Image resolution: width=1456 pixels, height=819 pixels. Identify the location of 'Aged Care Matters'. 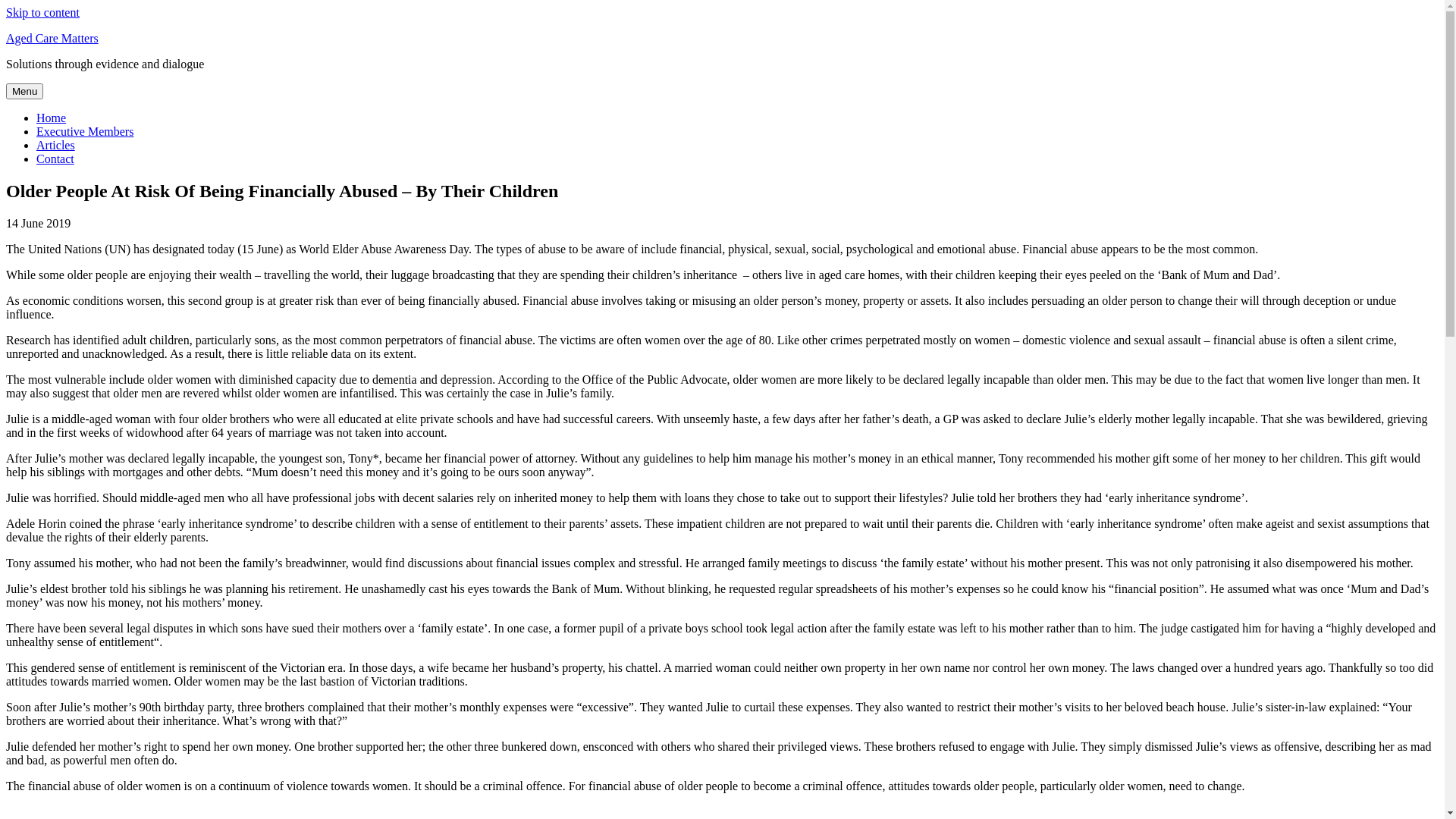
(52, 37).